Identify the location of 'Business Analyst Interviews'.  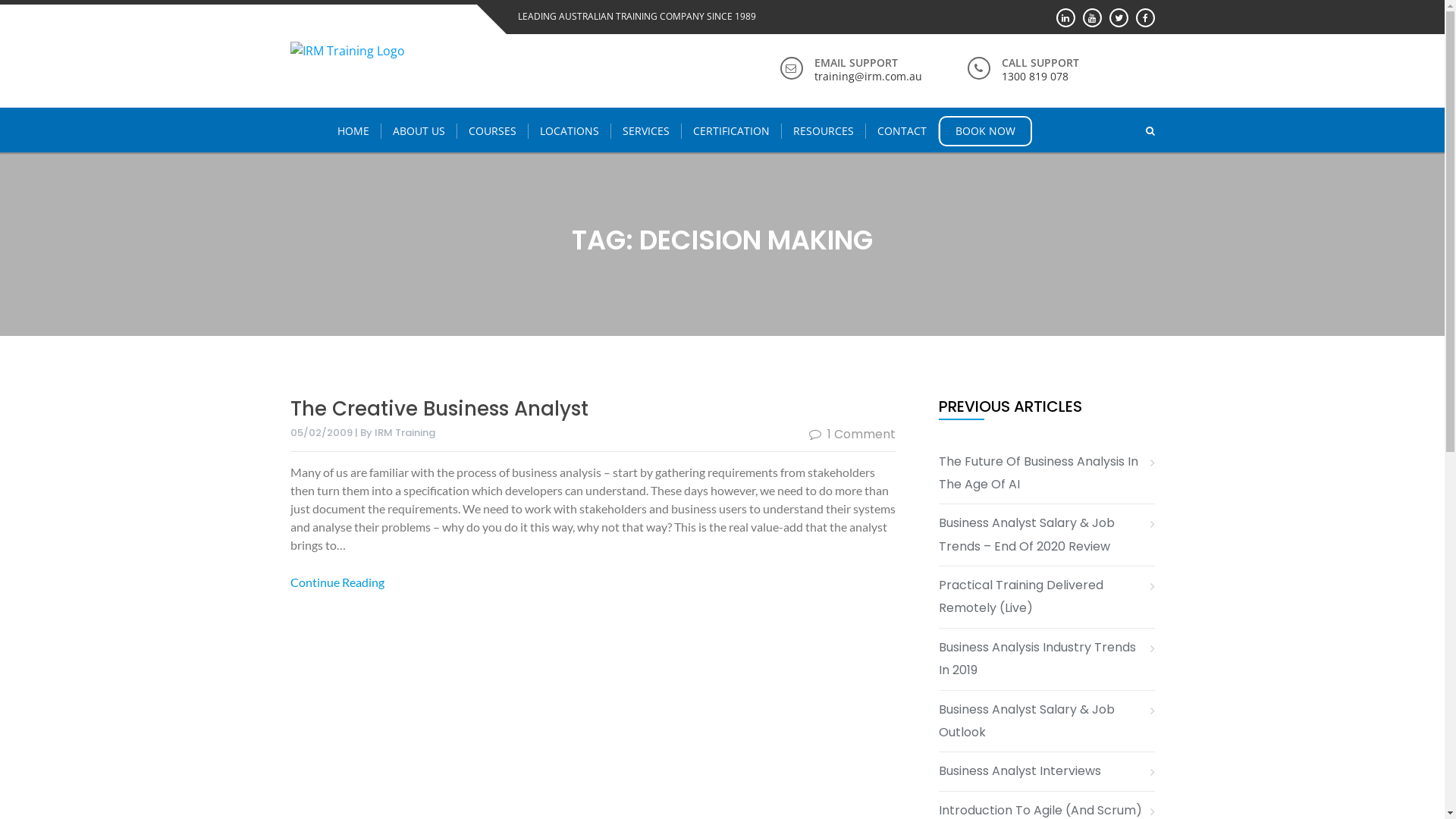
(1025, 771).